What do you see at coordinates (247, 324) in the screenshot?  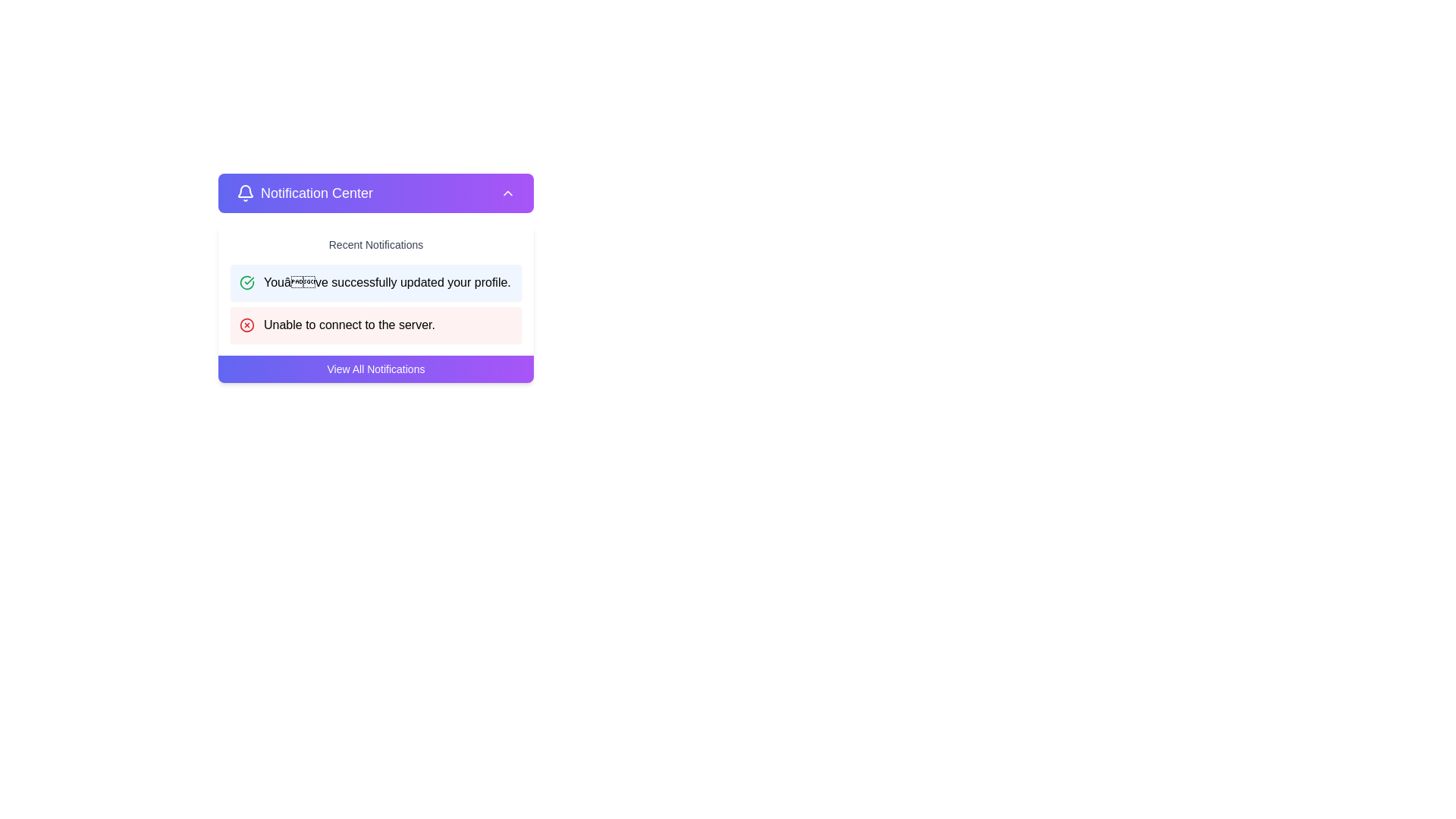 I see `the error icon located to the left of the text 'Unable to connect to the server.' in the second notification within the 'Notification Center'` at bounding box center [247, 324].